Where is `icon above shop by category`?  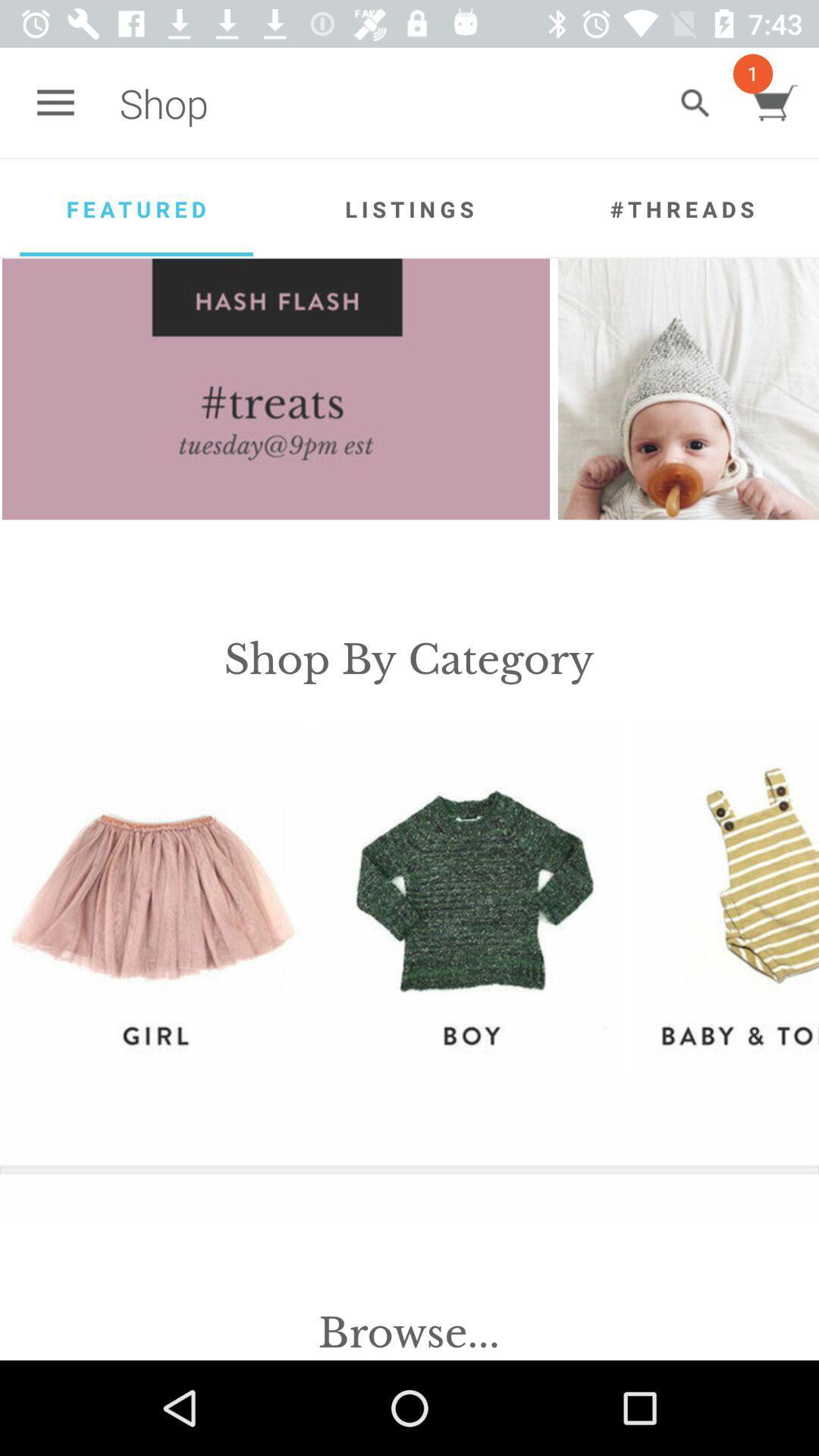
icon above shop by category is located at coordinates (276, 389).